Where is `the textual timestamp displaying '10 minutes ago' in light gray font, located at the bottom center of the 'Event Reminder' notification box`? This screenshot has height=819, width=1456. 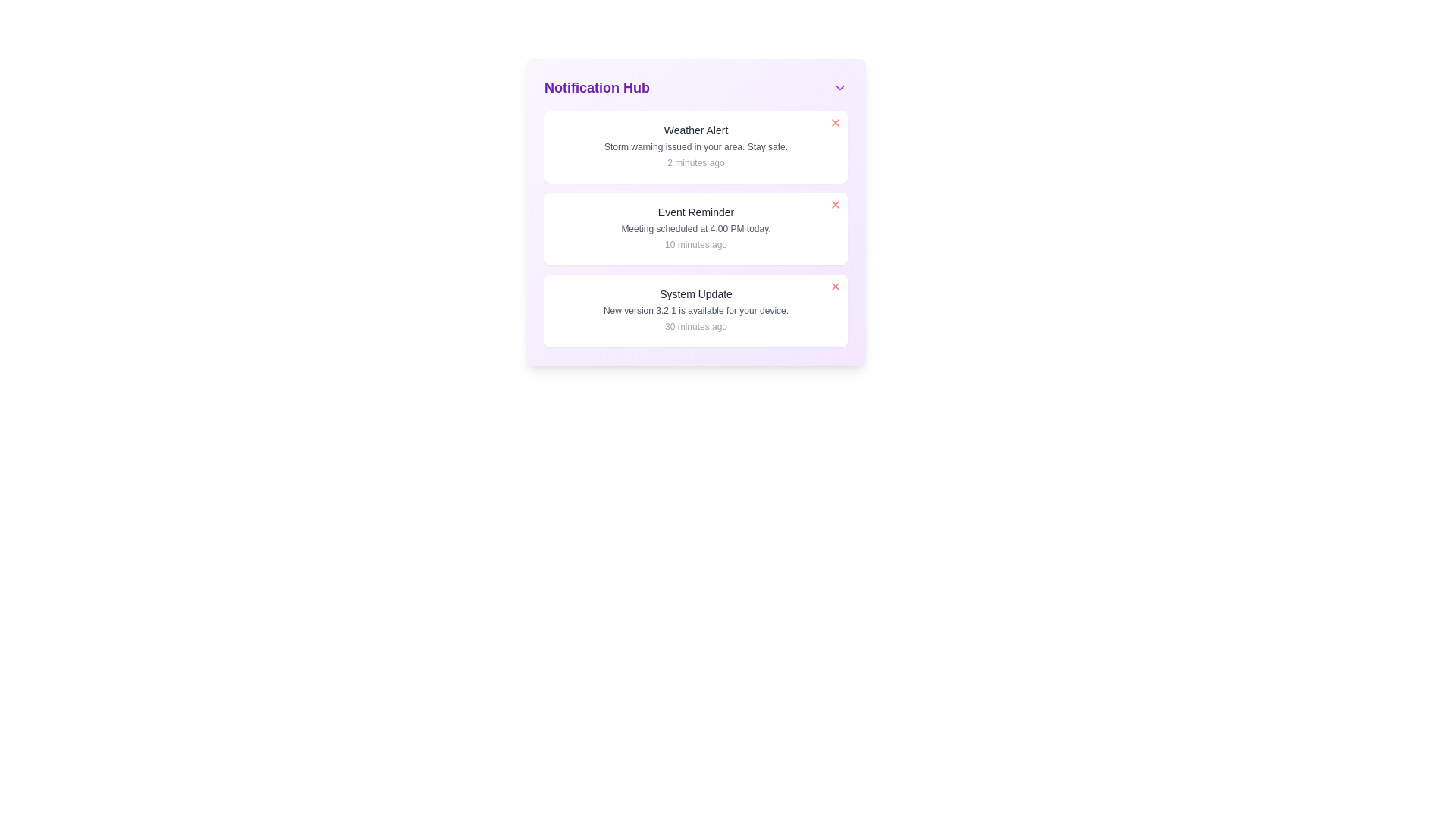
the textual timestamp displaying '10 minutes ago' in light gray font, located at the bottom center of the 'Event Reminder' notification box is located at coordinates (695, 244).